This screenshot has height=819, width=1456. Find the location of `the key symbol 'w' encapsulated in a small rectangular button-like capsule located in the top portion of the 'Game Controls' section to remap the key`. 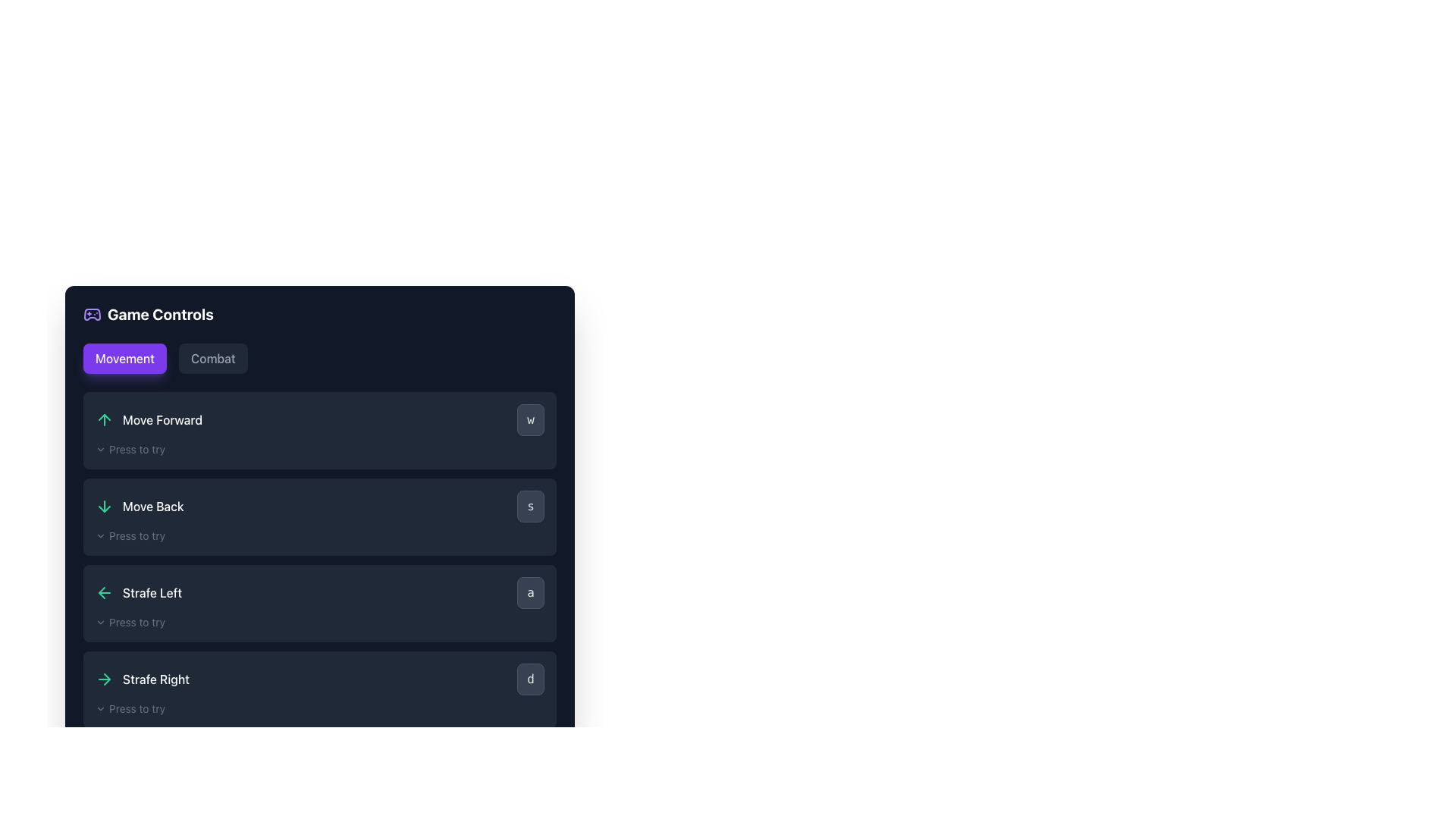

the key symbol 'w' encapsulated in a small rectangular button-like capsule located in the top portion of the 'Game Controls' section to remap the key is located at coordinates (319, 420).